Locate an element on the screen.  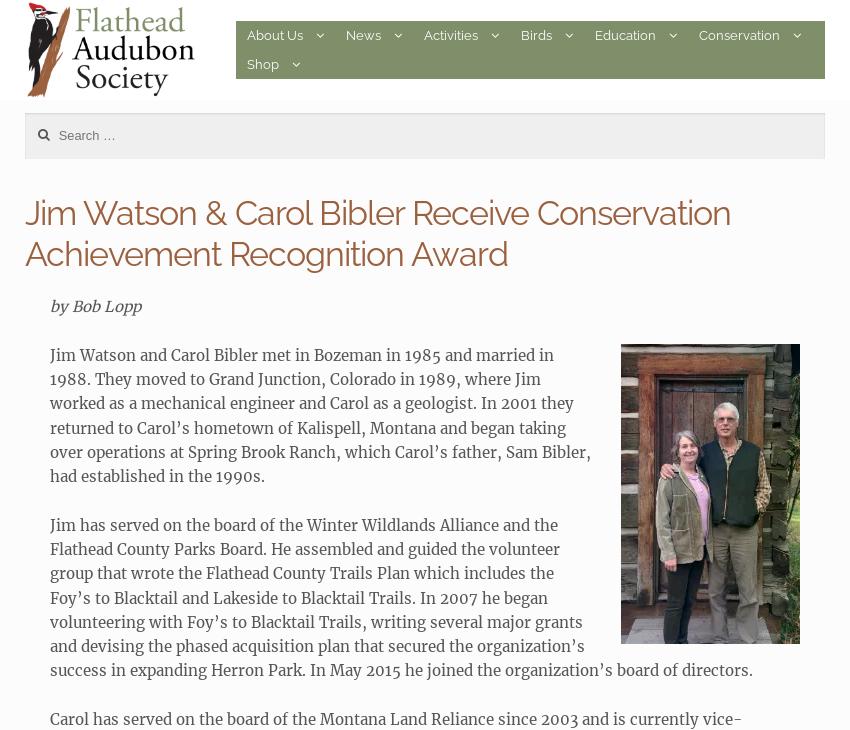
'Birds' is located at coordinates (535, 34).